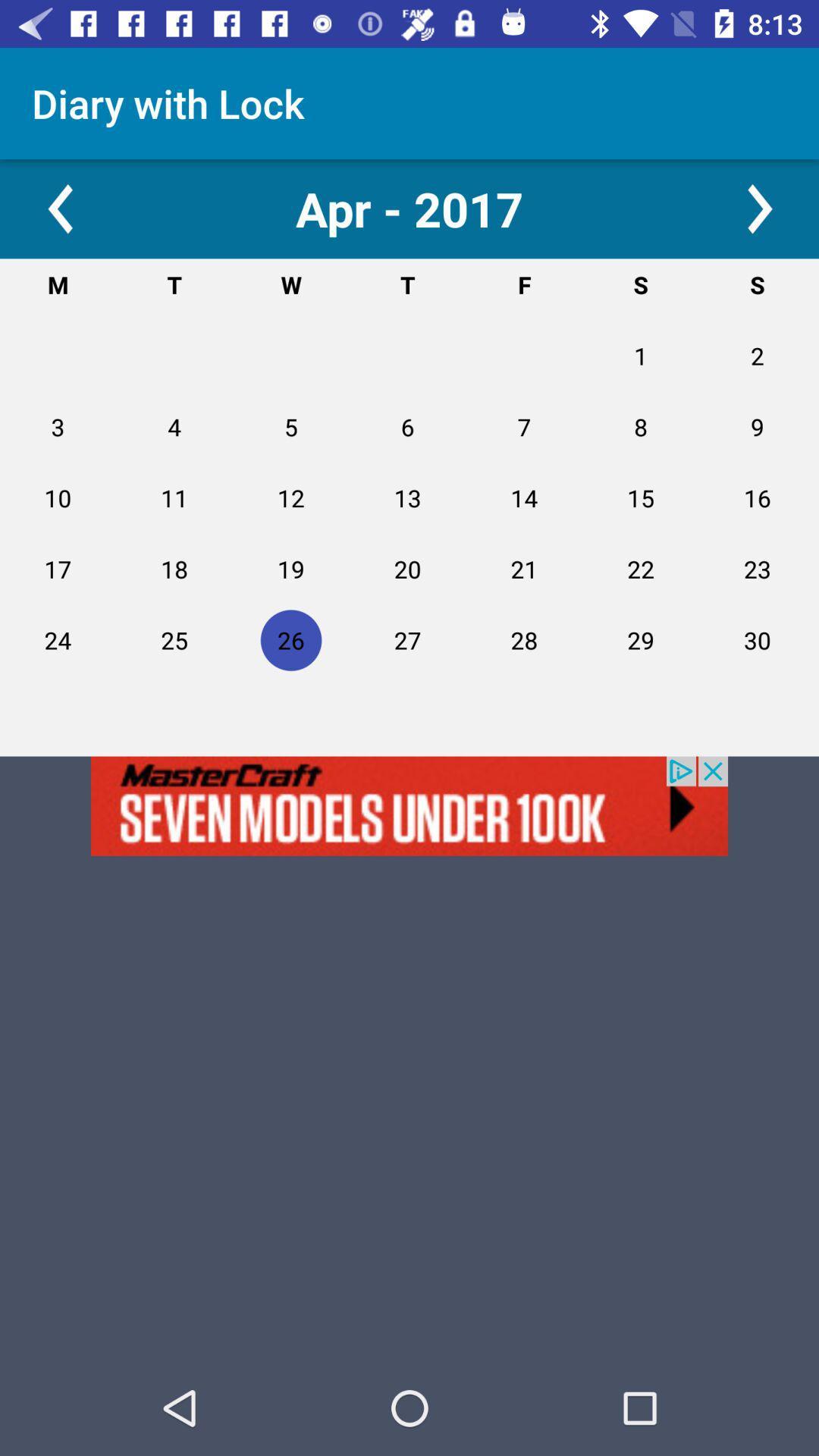 This screenshot has height=1456, width=819. I want to click on advertisement link to different site, so click(409, 805).